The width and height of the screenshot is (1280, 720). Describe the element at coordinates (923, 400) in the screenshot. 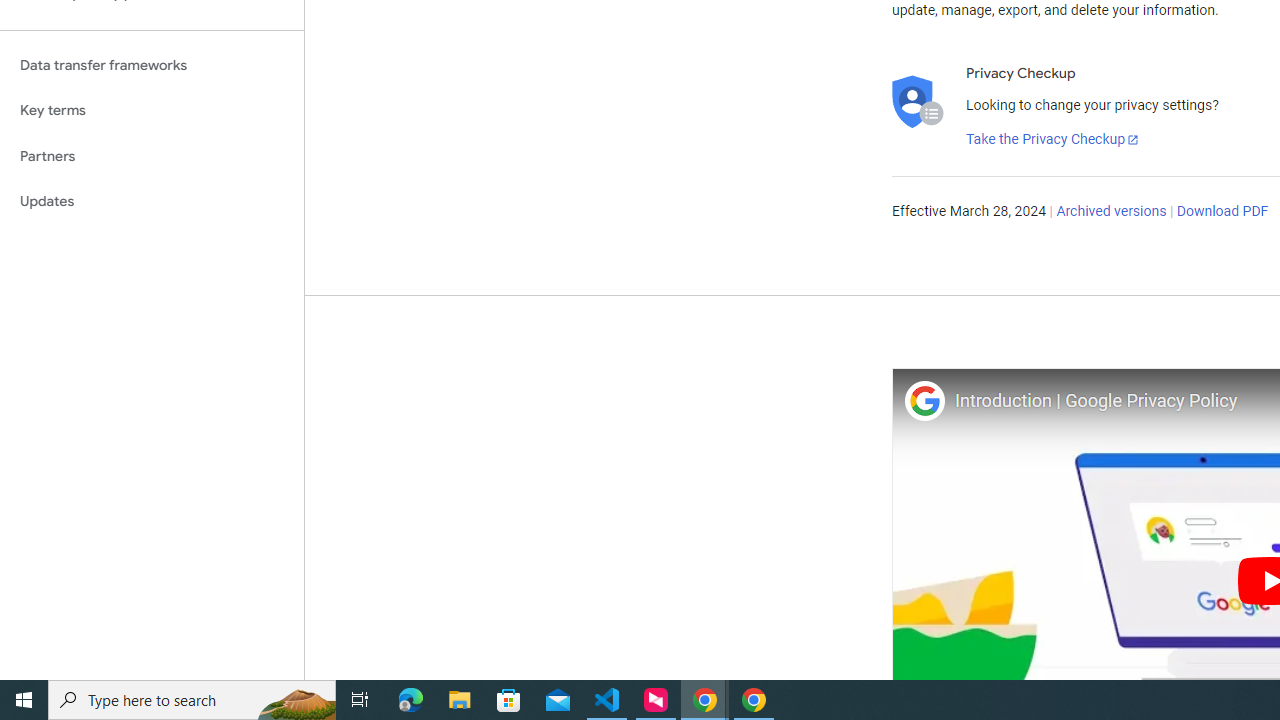

I see `'Photo image of Google'` at that location.